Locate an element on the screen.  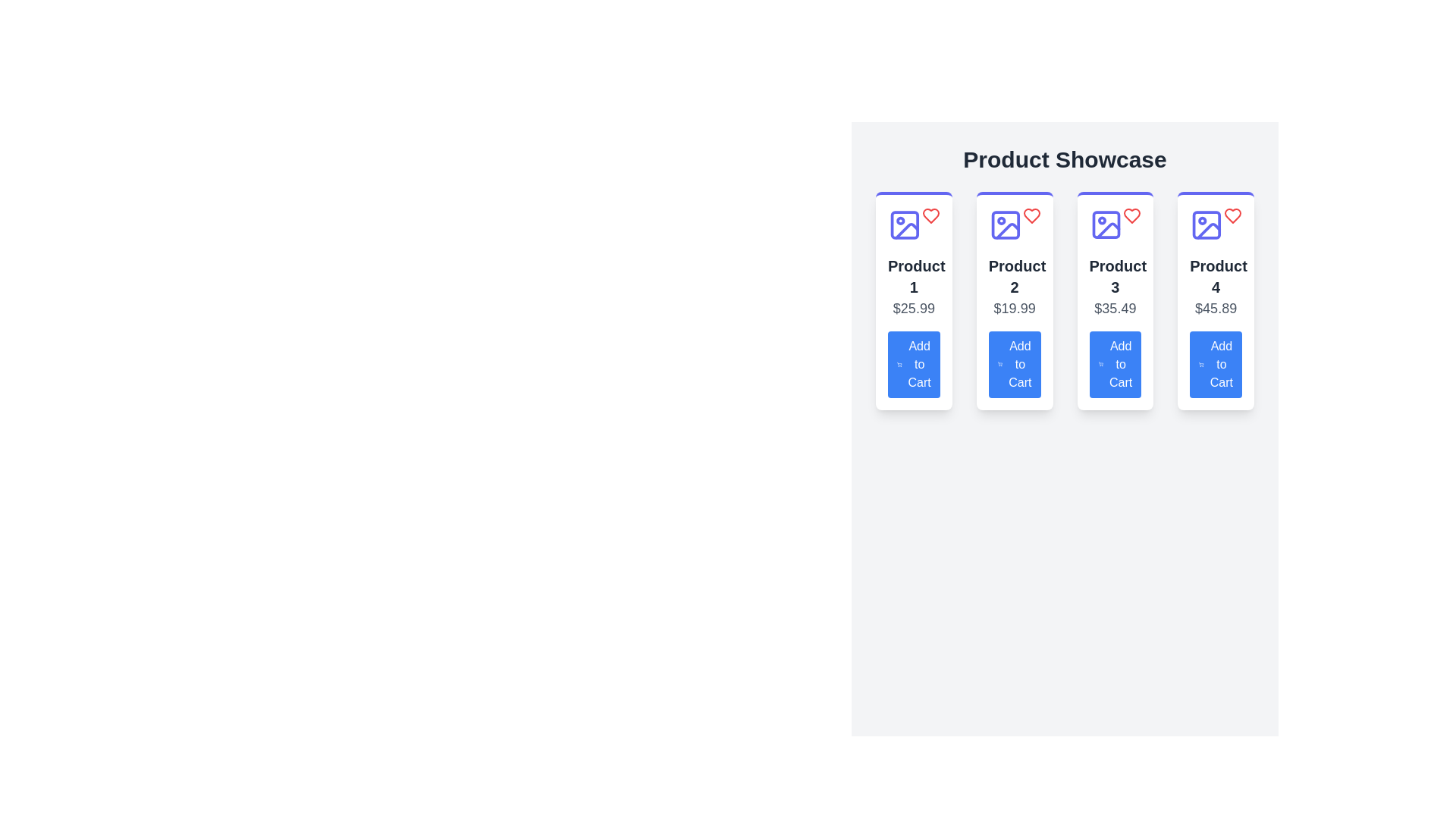
the price text displaying '$35.49' located in the third product card, positioned below the title 'Product 3' and above the 'Add to Cart' button is located at coordinates (1115, 308).